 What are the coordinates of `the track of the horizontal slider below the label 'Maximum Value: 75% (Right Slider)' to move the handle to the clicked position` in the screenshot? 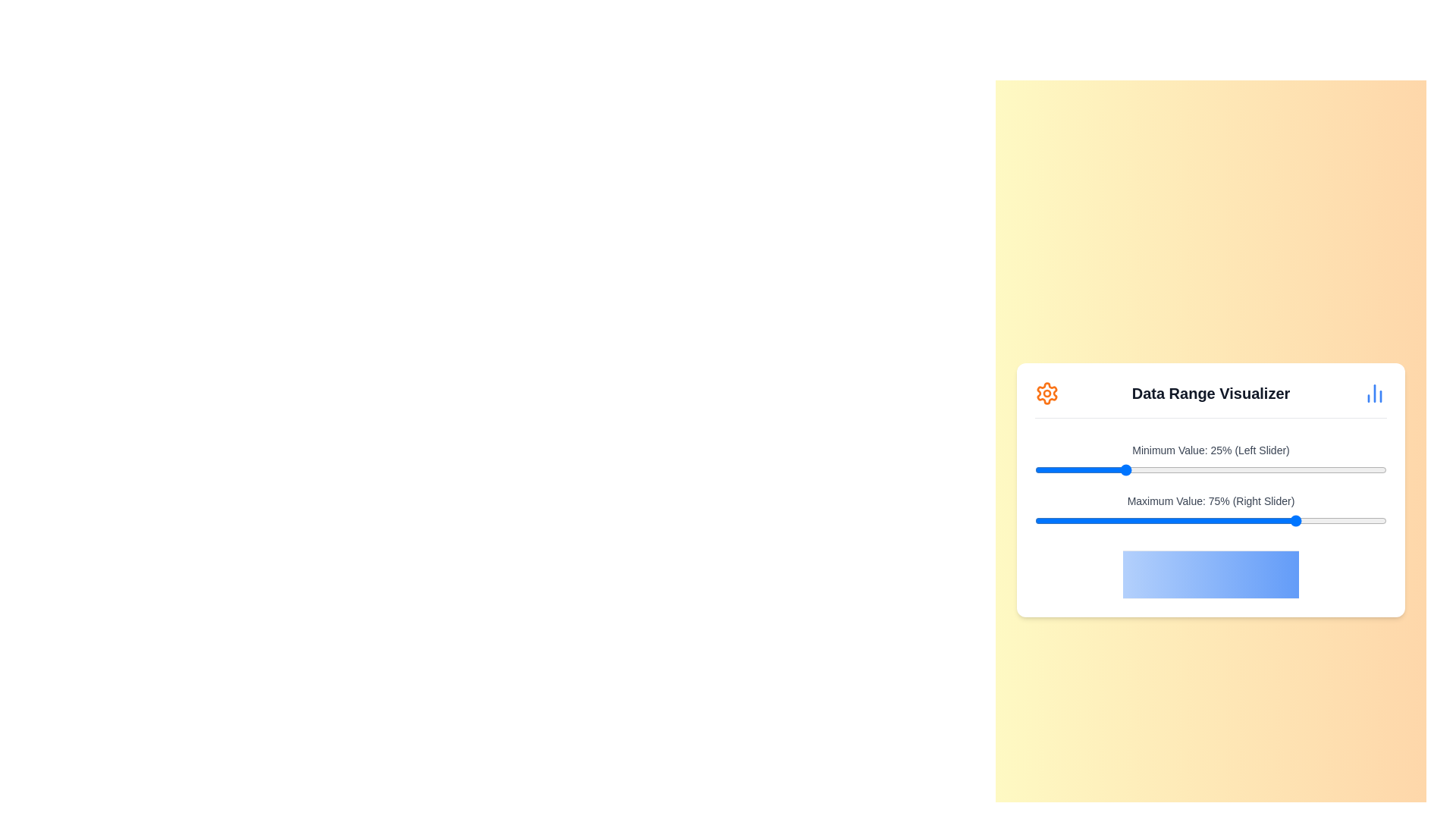 It's located at (1210, 519).